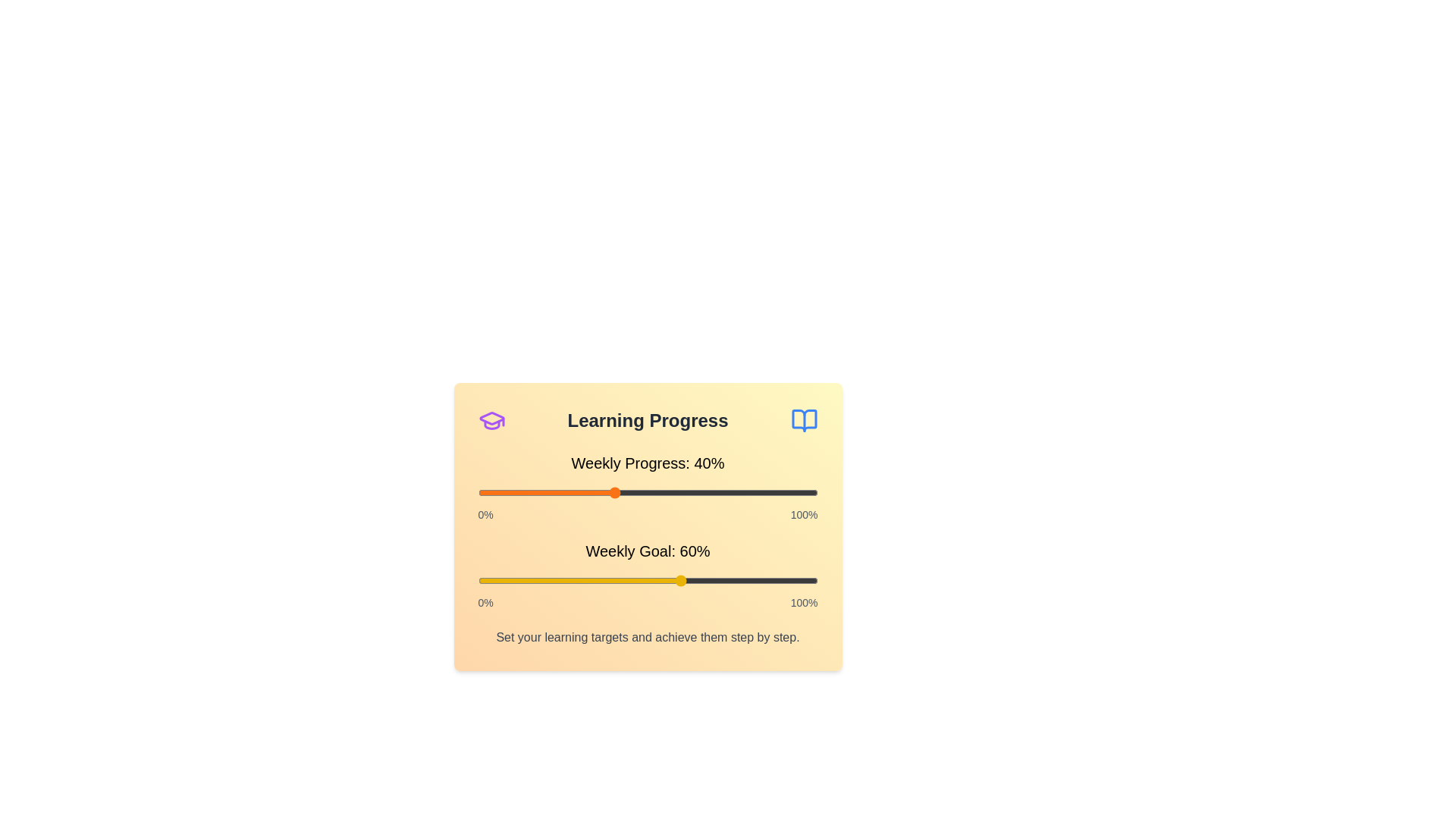 The image size is (1456, 819). Describe the element at coordinates (562, 580) in the screenshot. I see `the 'Weekly Goal' slider to 25%` at that location.